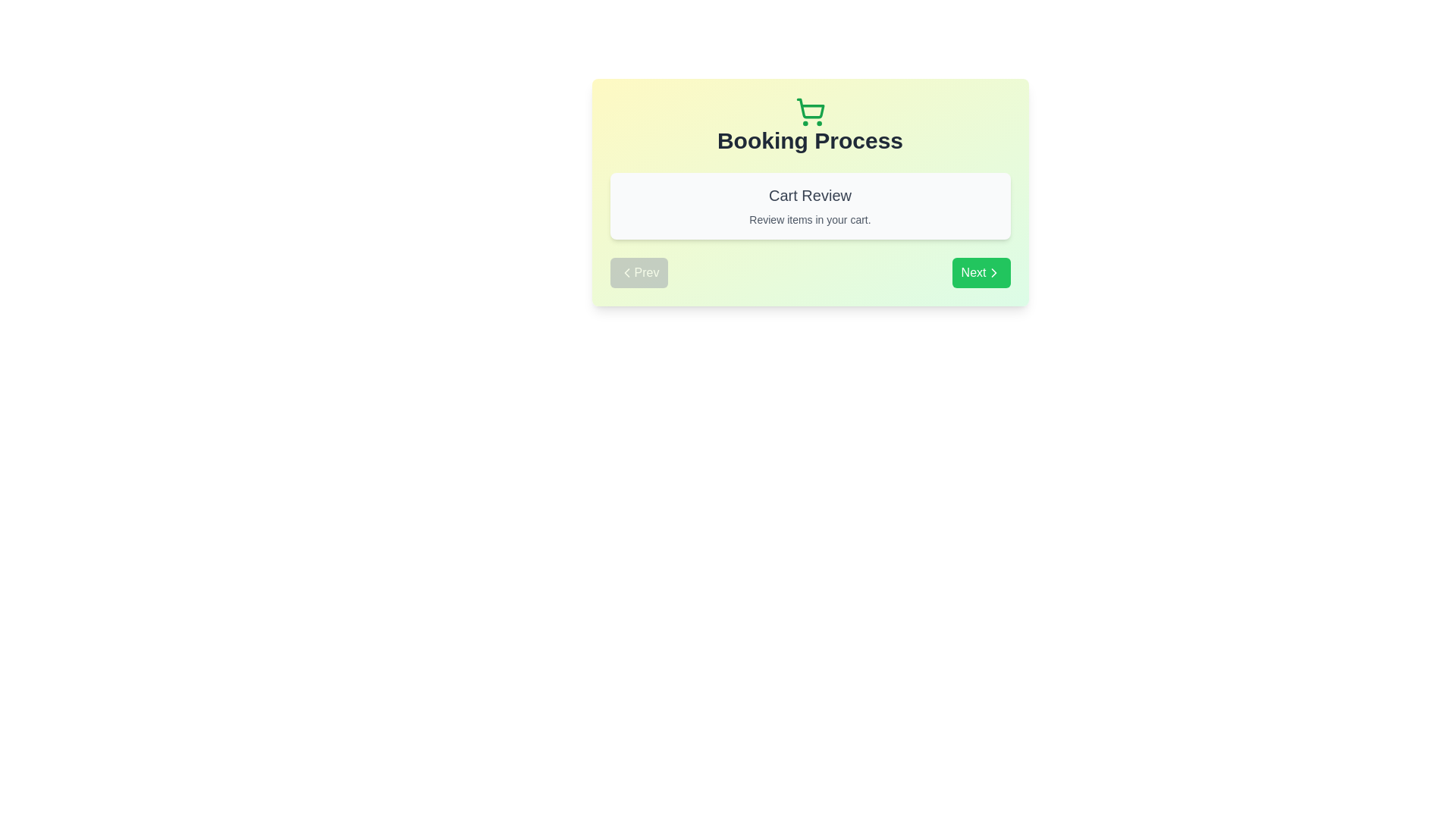  Describe the element at coordinates (639, 271) in the screenshot. I see `the 'Prev' button, which is a rectangular button with a gray background and white text, featuring rounded corners and a left-facing arrow icon` at that location.